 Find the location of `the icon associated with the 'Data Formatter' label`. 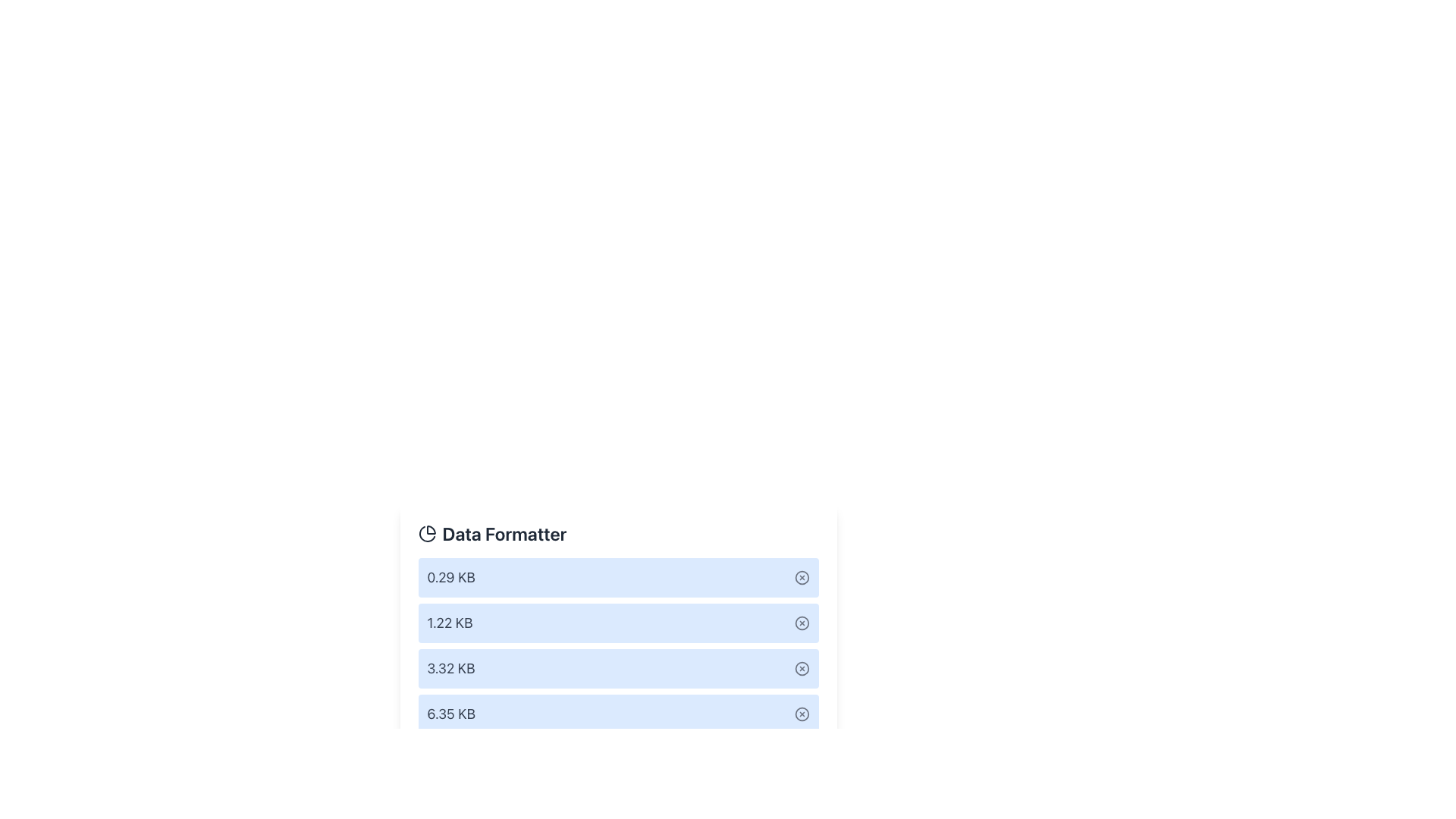

the icon associated with the 'Data Formatter' label is located at coordinates (426, 533).